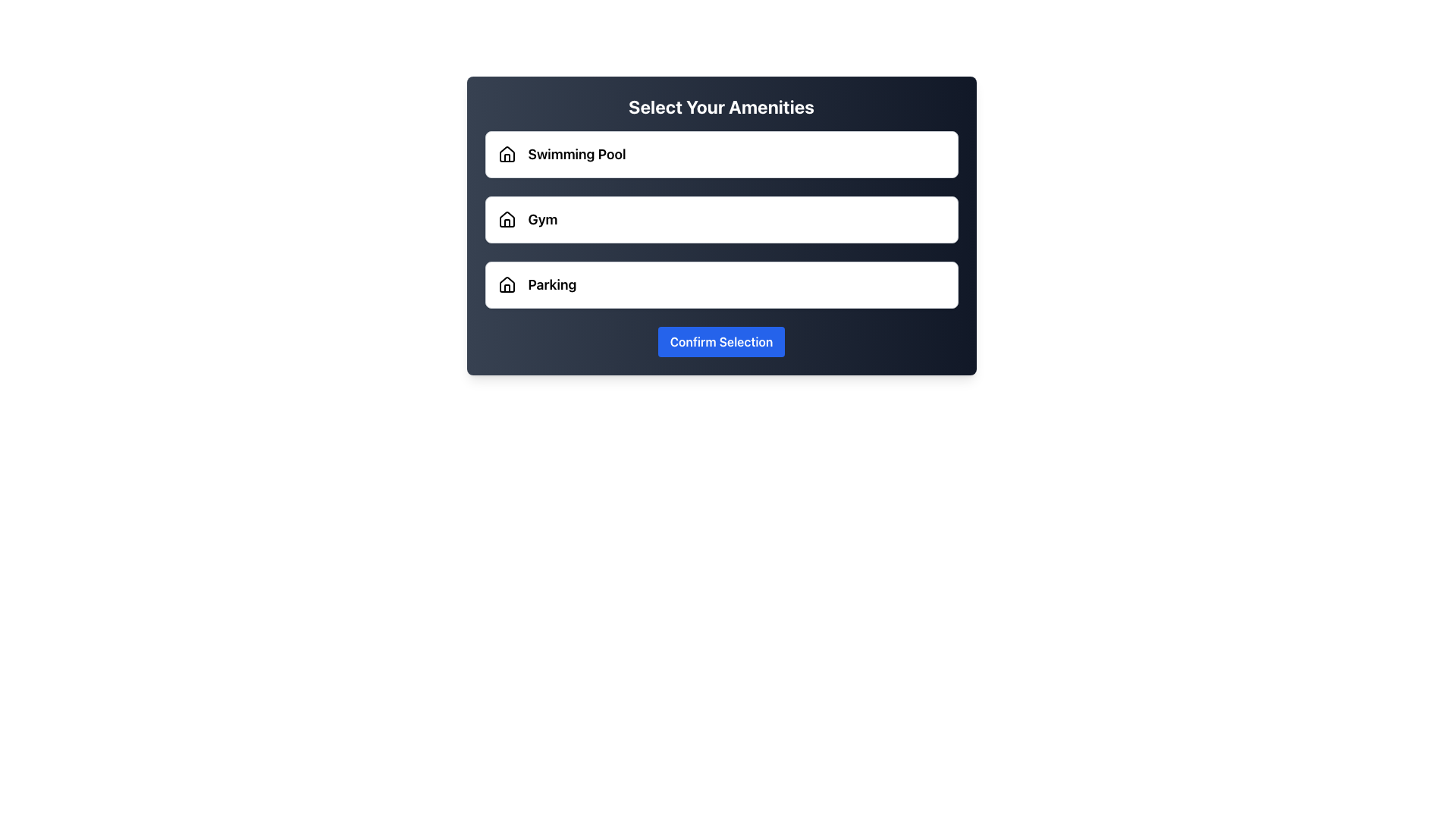 The image size is (1456, 819). I want to click on the selection button for 'Gym', which is the second option in the list between 'Swimming Pool' and 'Parking', so click(720, 225).